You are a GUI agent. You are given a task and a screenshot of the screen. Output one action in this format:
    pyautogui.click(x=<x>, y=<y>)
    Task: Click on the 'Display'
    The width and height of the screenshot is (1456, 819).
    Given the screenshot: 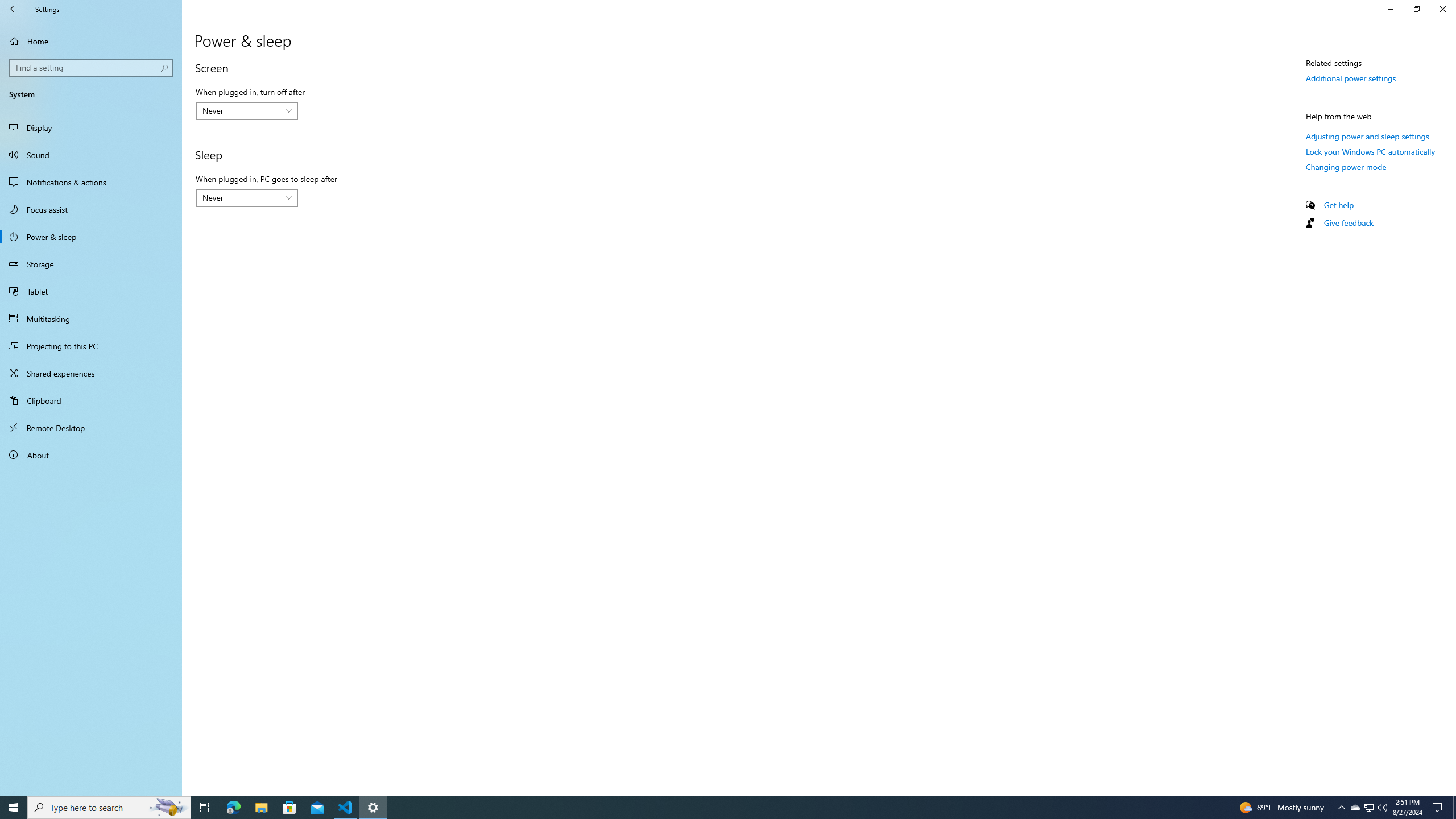 What is the action you would take?
    pyautogui.click(x=90, y=126)
    